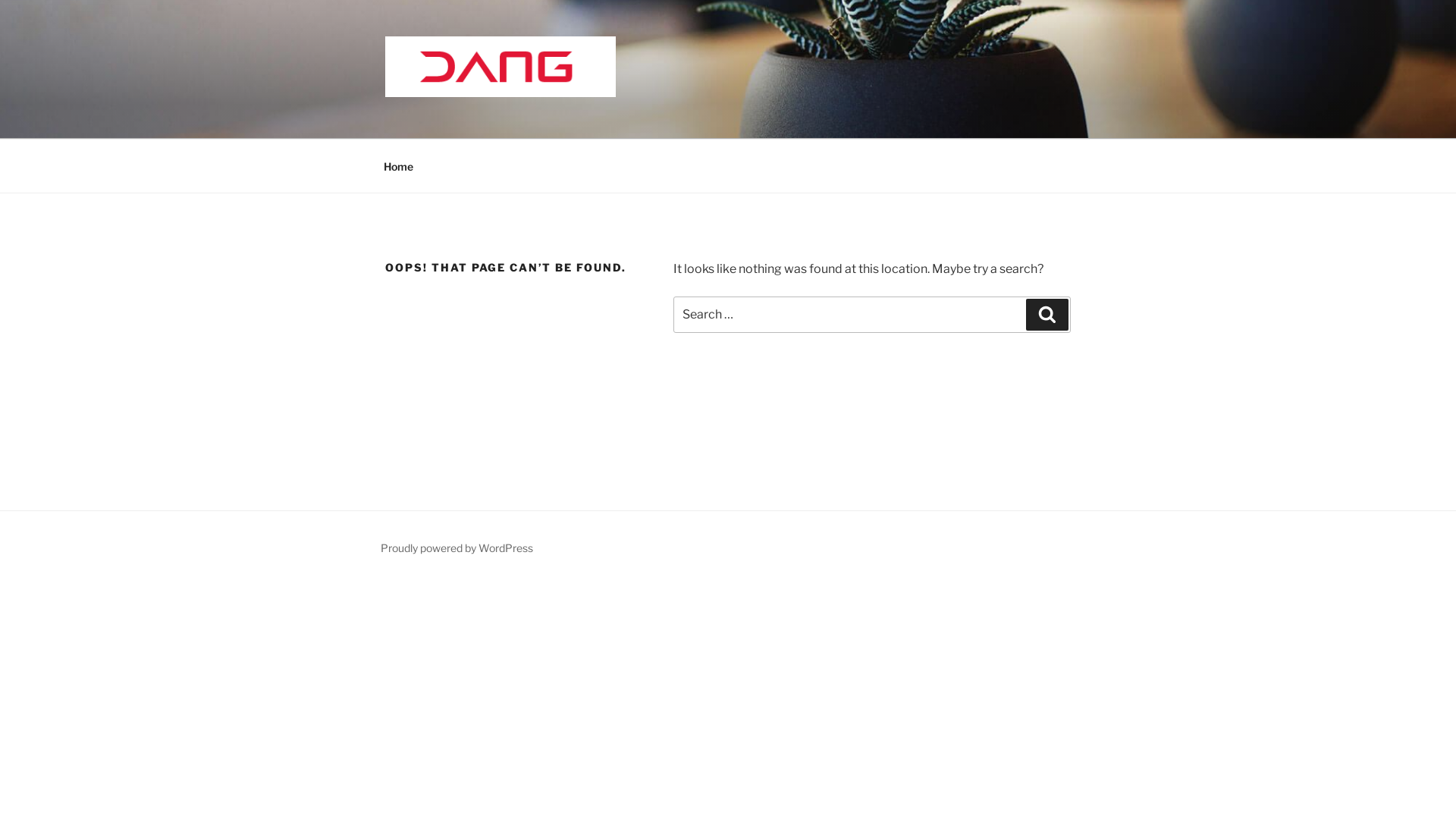  What do you see at coordinates (1046, 314) in the screenshot?
I see `'Search'` at bounding box center [1046, 314].